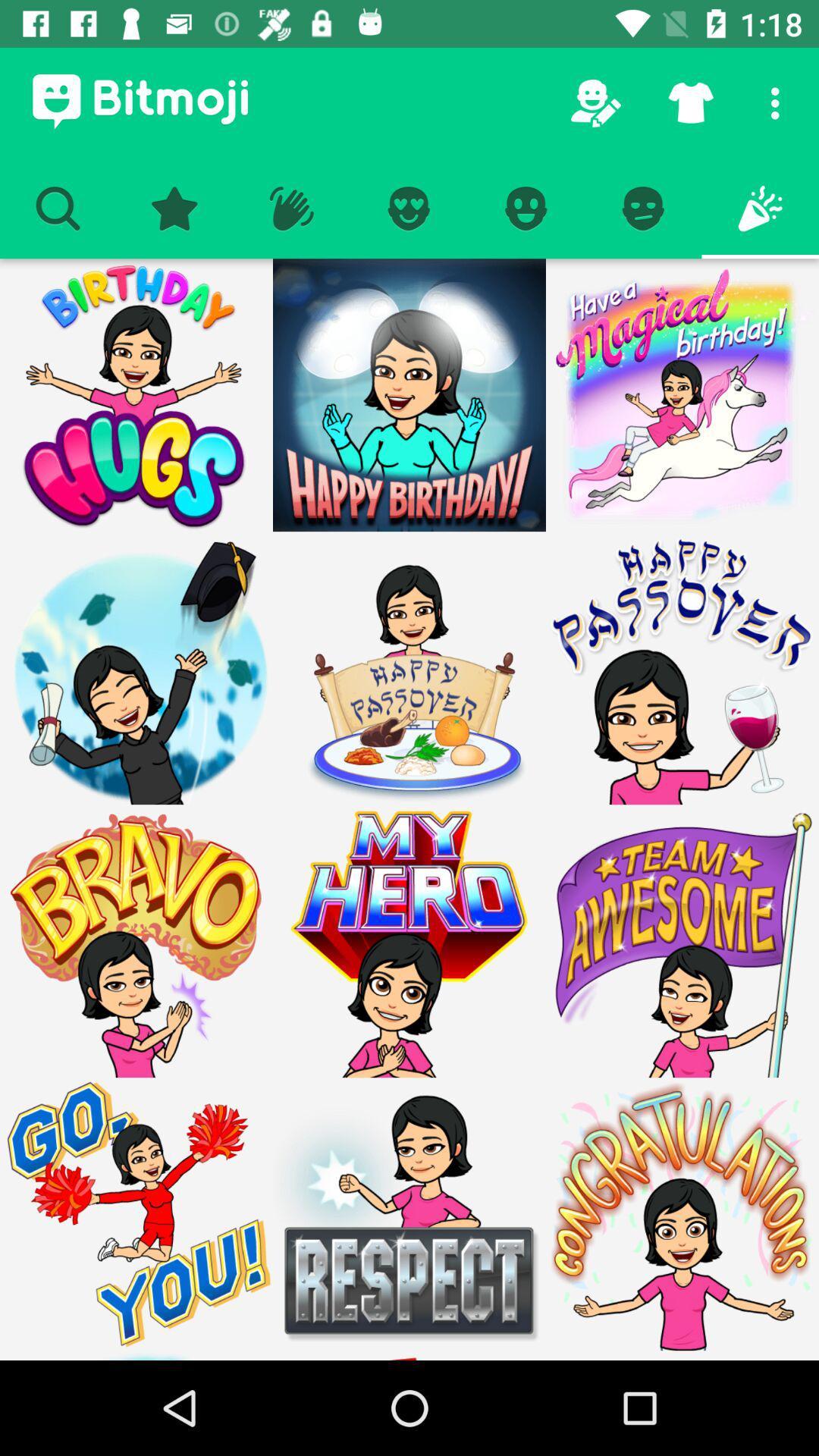 The width and height of the screenshot is (819, 1456). What do you see at coordinates (136, 940) in the screenshot?
I see `this button is used to select the bravo icon` at bounding box center [136, 940].